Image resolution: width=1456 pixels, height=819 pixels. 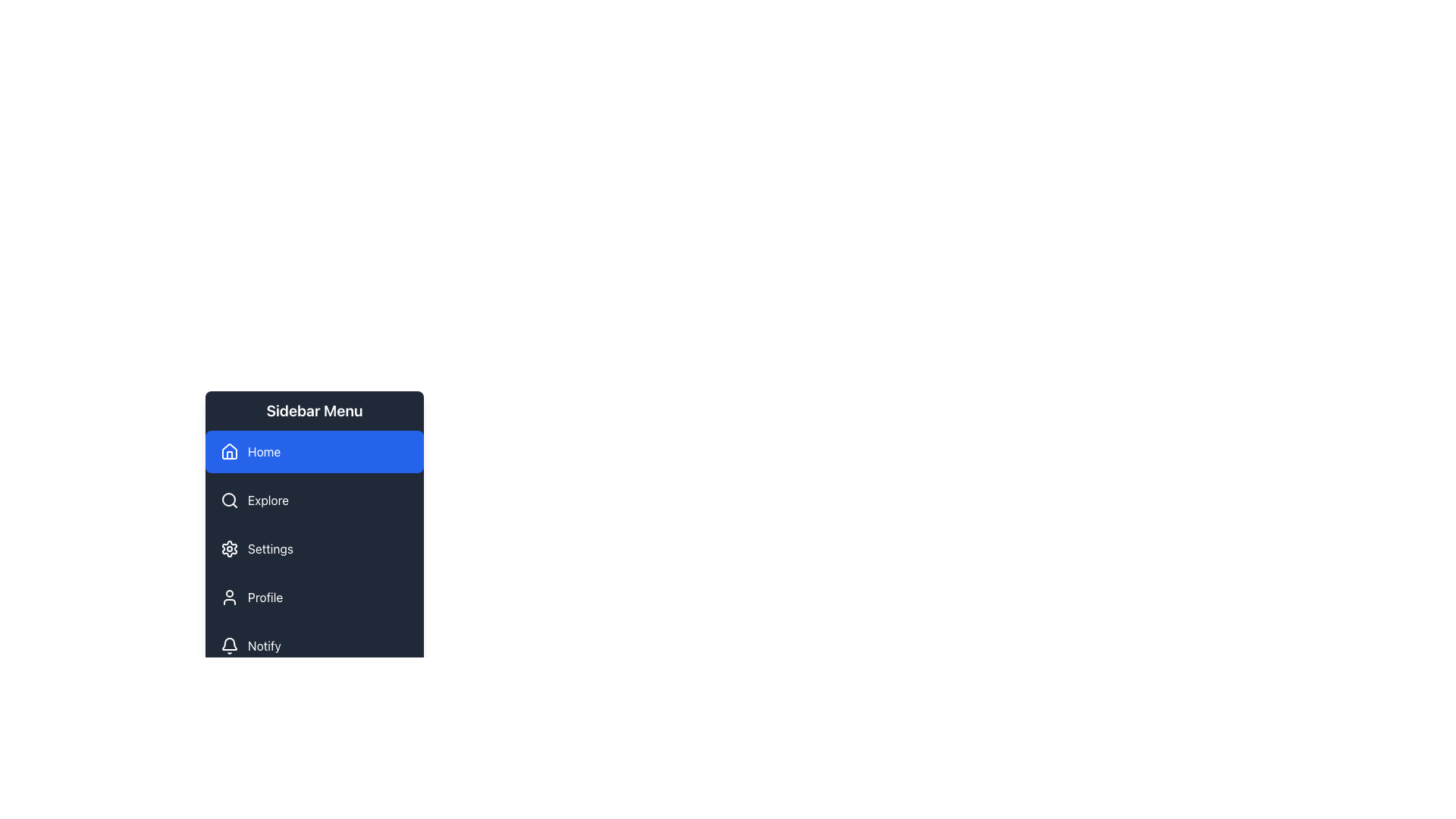 I want to click on the gear icon in the settings menu located in the sidebar, positioned below 'Explore' and above 'Profile', so click(x=228, y=549).